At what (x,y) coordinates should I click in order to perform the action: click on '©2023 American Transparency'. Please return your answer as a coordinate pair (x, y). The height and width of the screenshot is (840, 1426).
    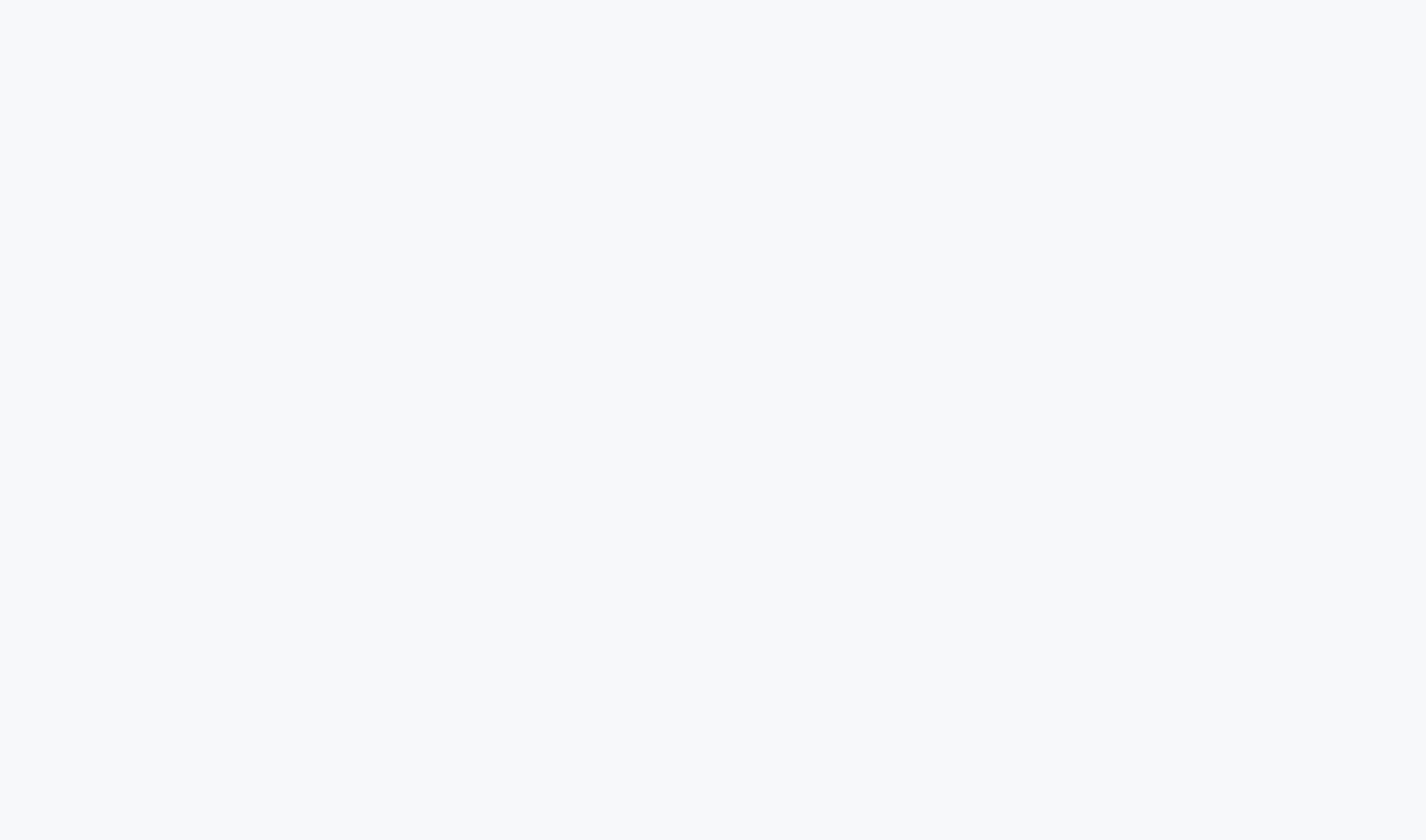
    Looking at the image, I should click on (712, 783).